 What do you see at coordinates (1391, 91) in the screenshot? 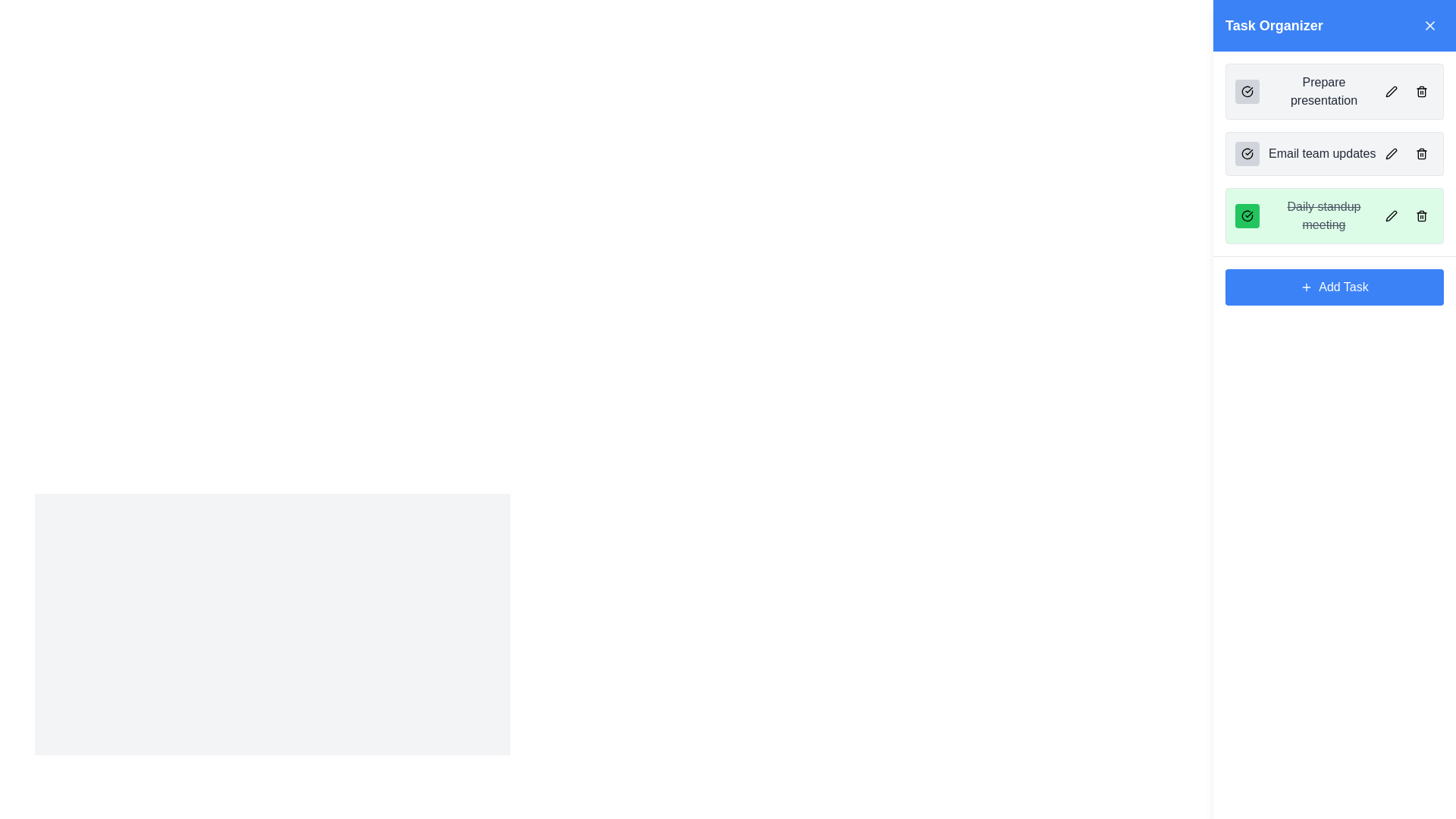
I see `the pen icon located to the right of the task titled 'Prepare presentation' in the 'Task Organizer' sidebar` at bounding box center [1391, 91].